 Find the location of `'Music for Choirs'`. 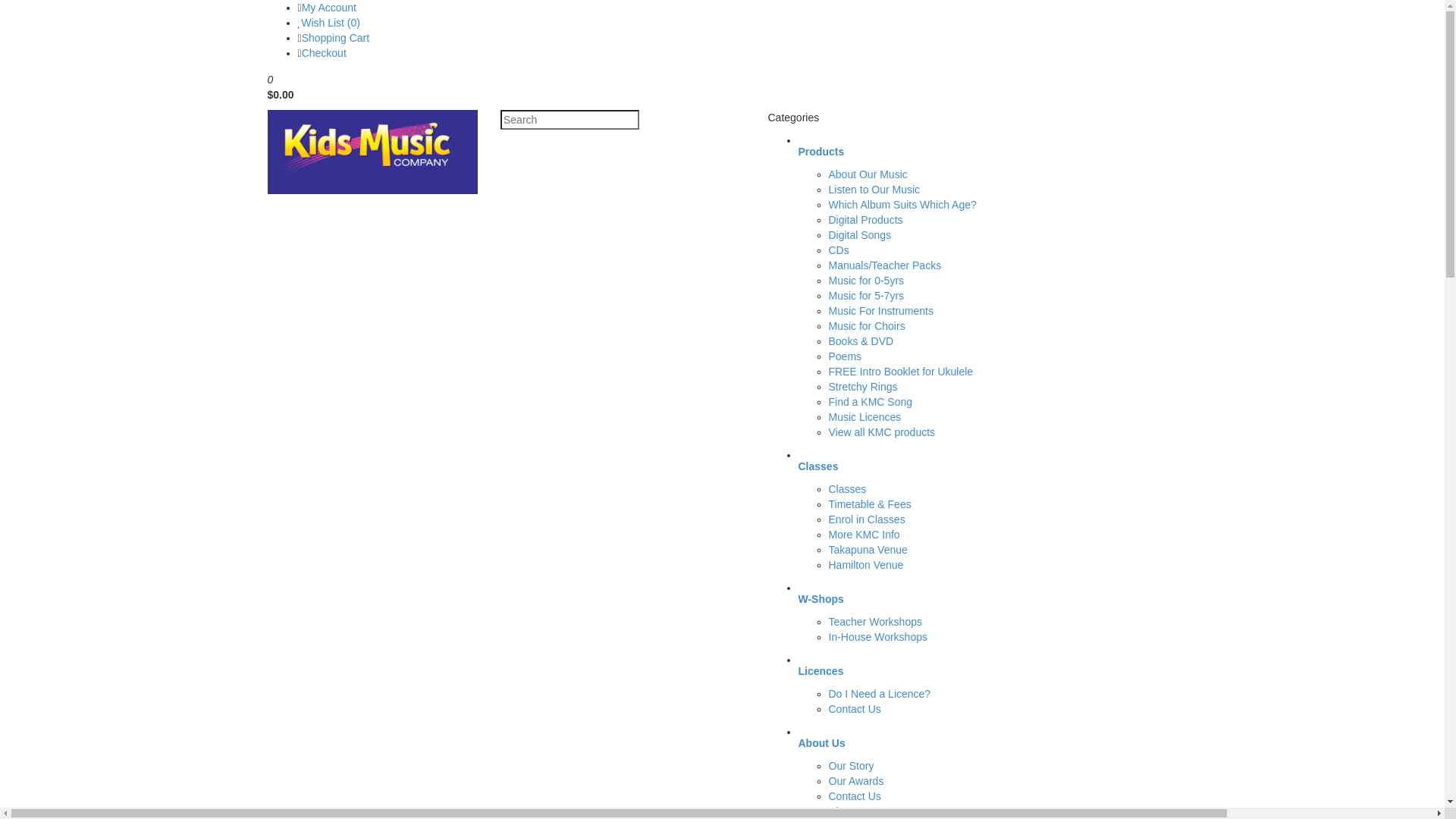

'Music for Choirs' is located at coordinates (866, 325).